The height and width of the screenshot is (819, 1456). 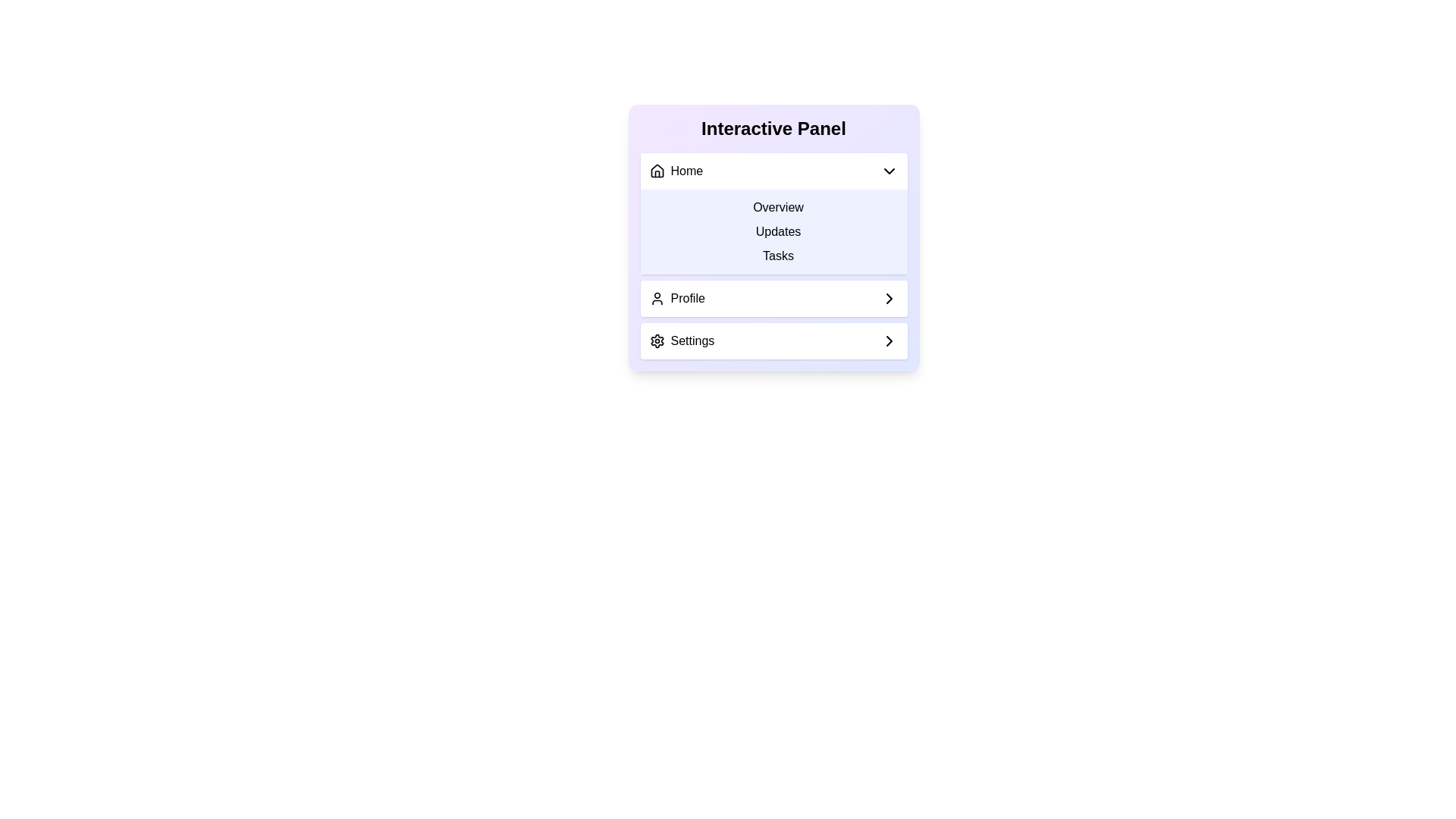 I want to click on the 'Profile' menu option item, which is the second item in the vertical list within the 'Interactive Panel', so click(x=676, y=298).